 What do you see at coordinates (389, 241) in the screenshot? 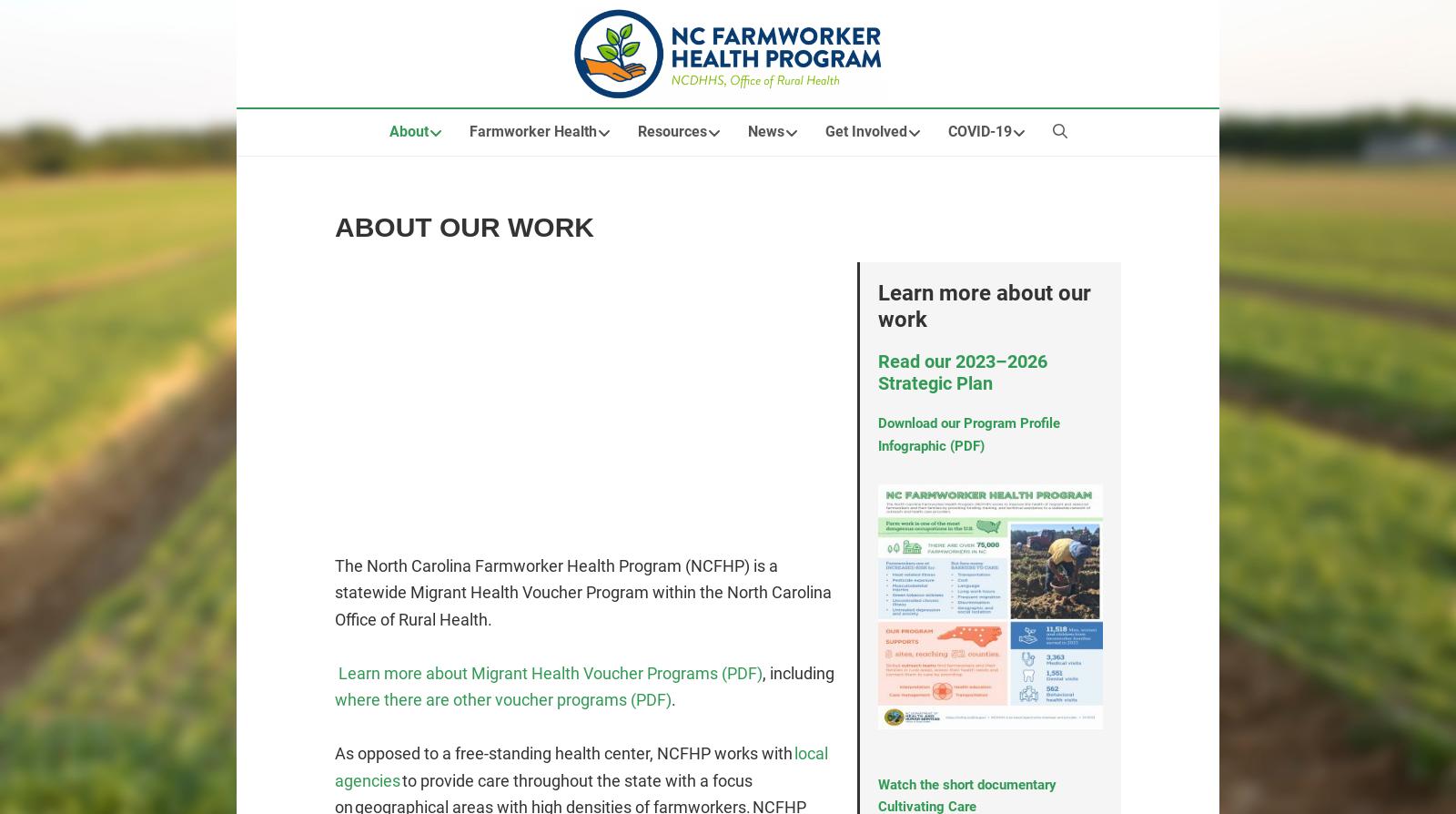
I see `'Our Work'` at bounding box center [389, 241].